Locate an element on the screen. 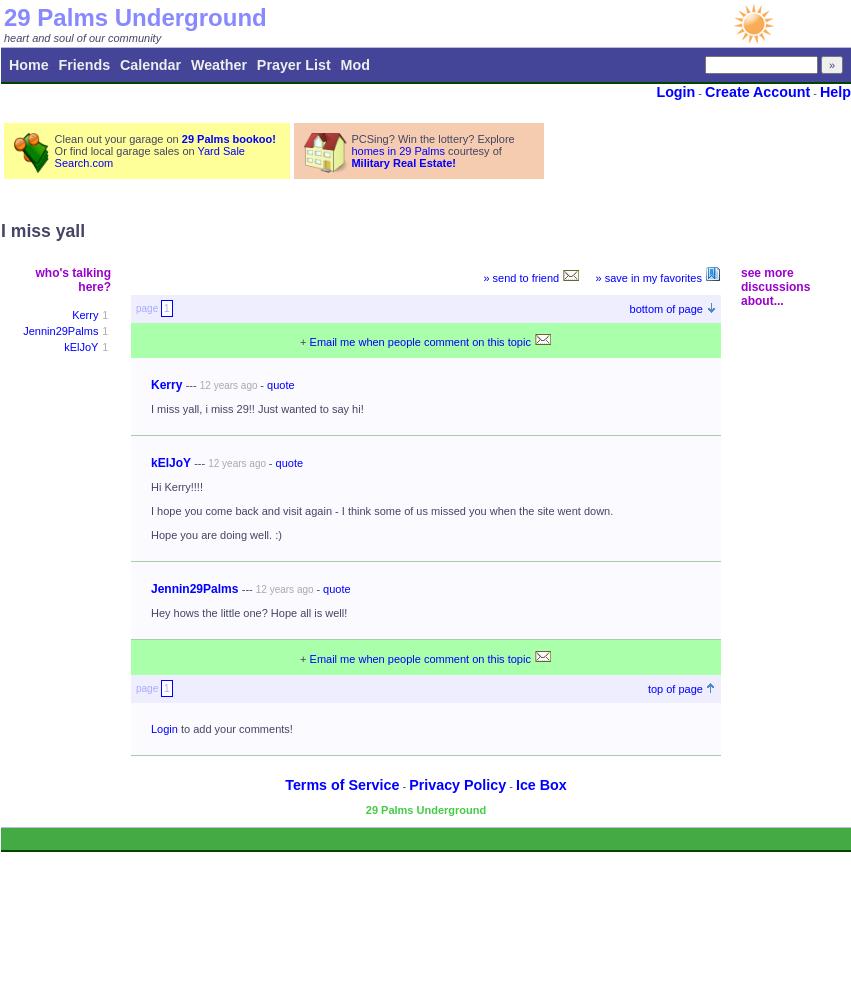 The image size is (851, 1000). 'bottom of page' is located at coordinates (667, 309).